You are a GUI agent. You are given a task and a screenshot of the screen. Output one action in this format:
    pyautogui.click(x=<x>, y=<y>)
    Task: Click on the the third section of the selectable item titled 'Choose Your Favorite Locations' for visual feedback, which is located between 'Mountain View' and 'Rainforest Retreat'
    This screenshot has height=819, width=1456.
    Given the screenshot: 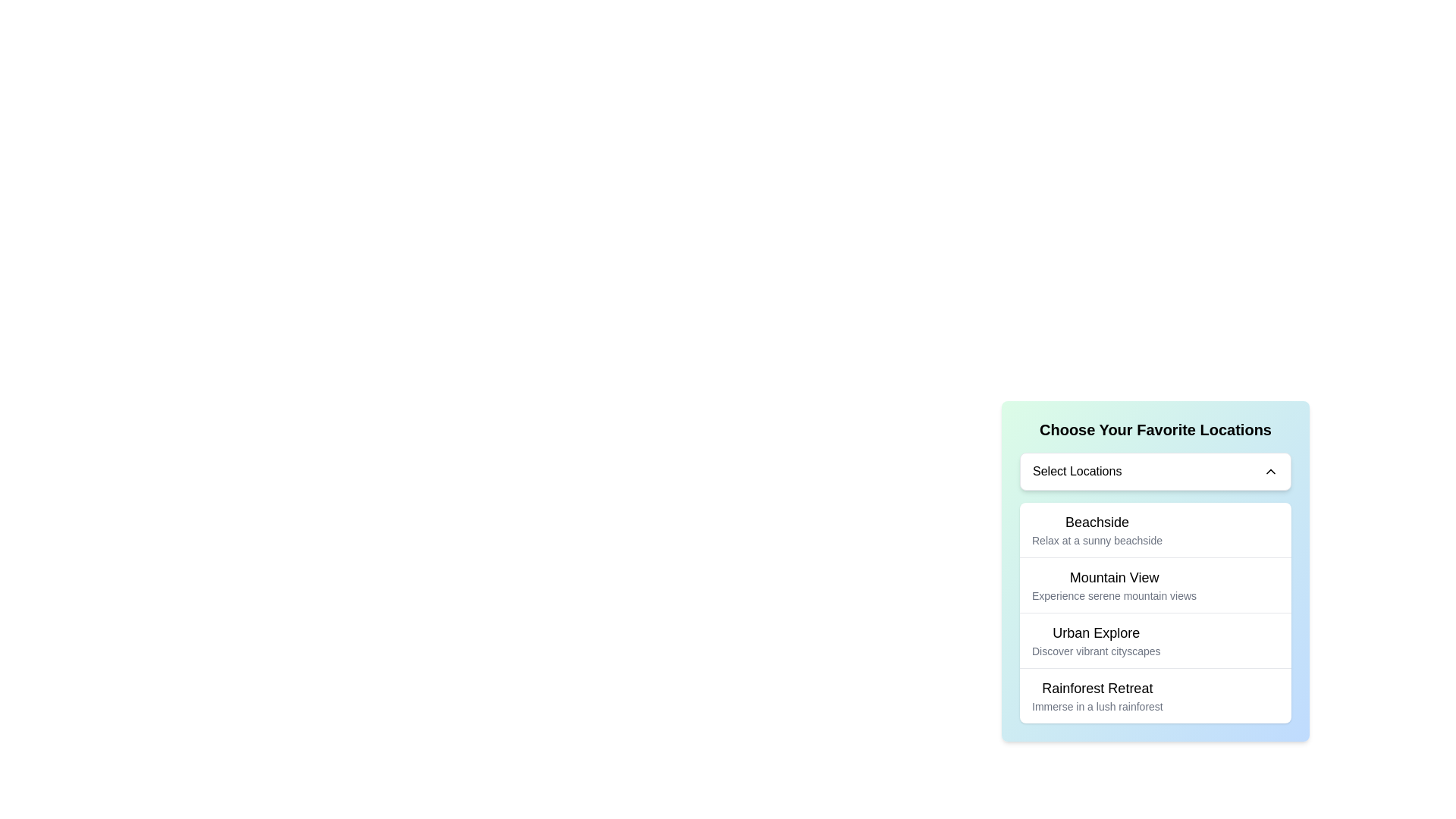 What is the action you would take?
    pyautogui.click(x=1154, y=611)
    